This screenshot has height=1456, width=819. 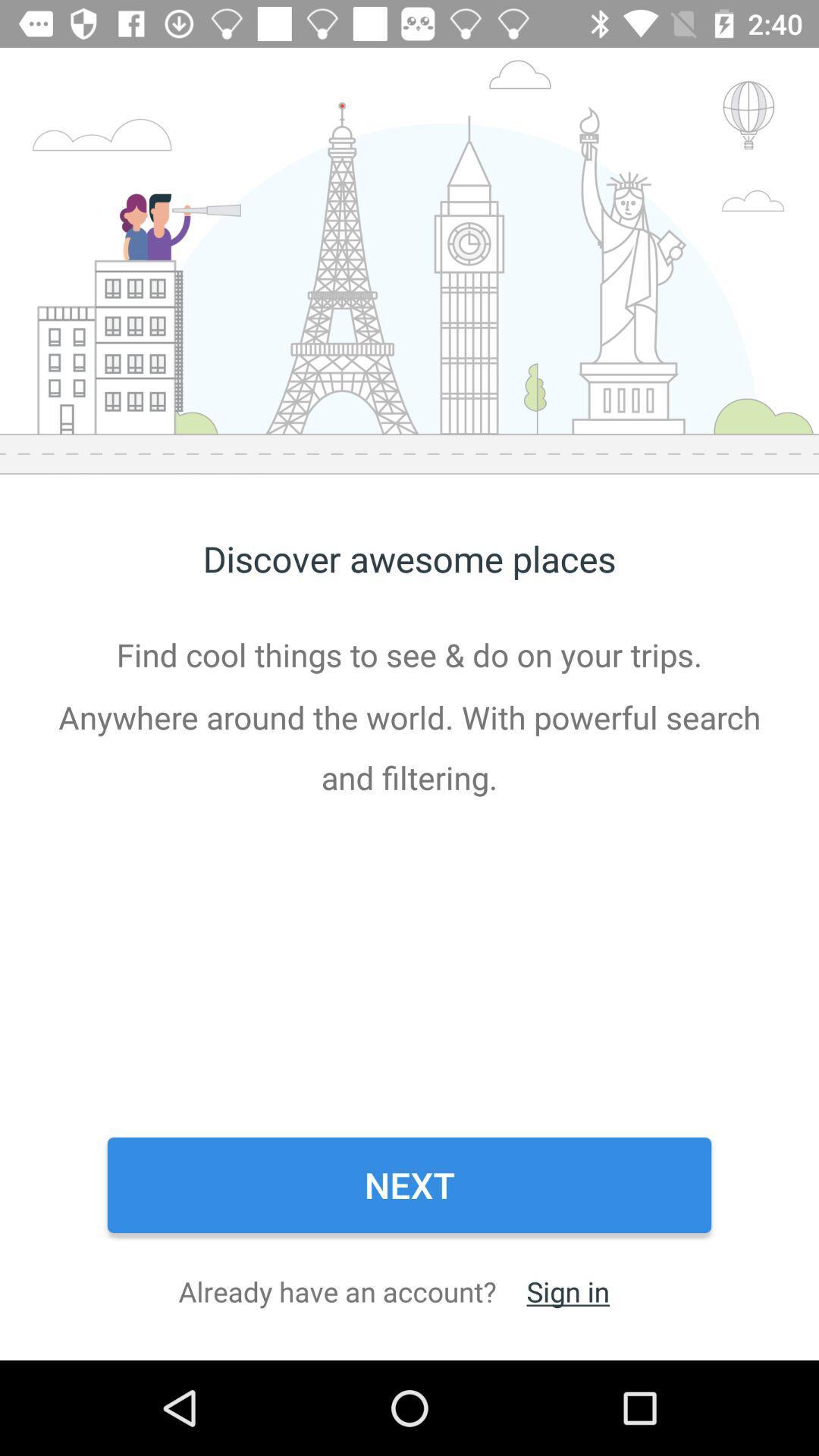 I want to click on item below find cool things item, so click(x=409, y=1185).